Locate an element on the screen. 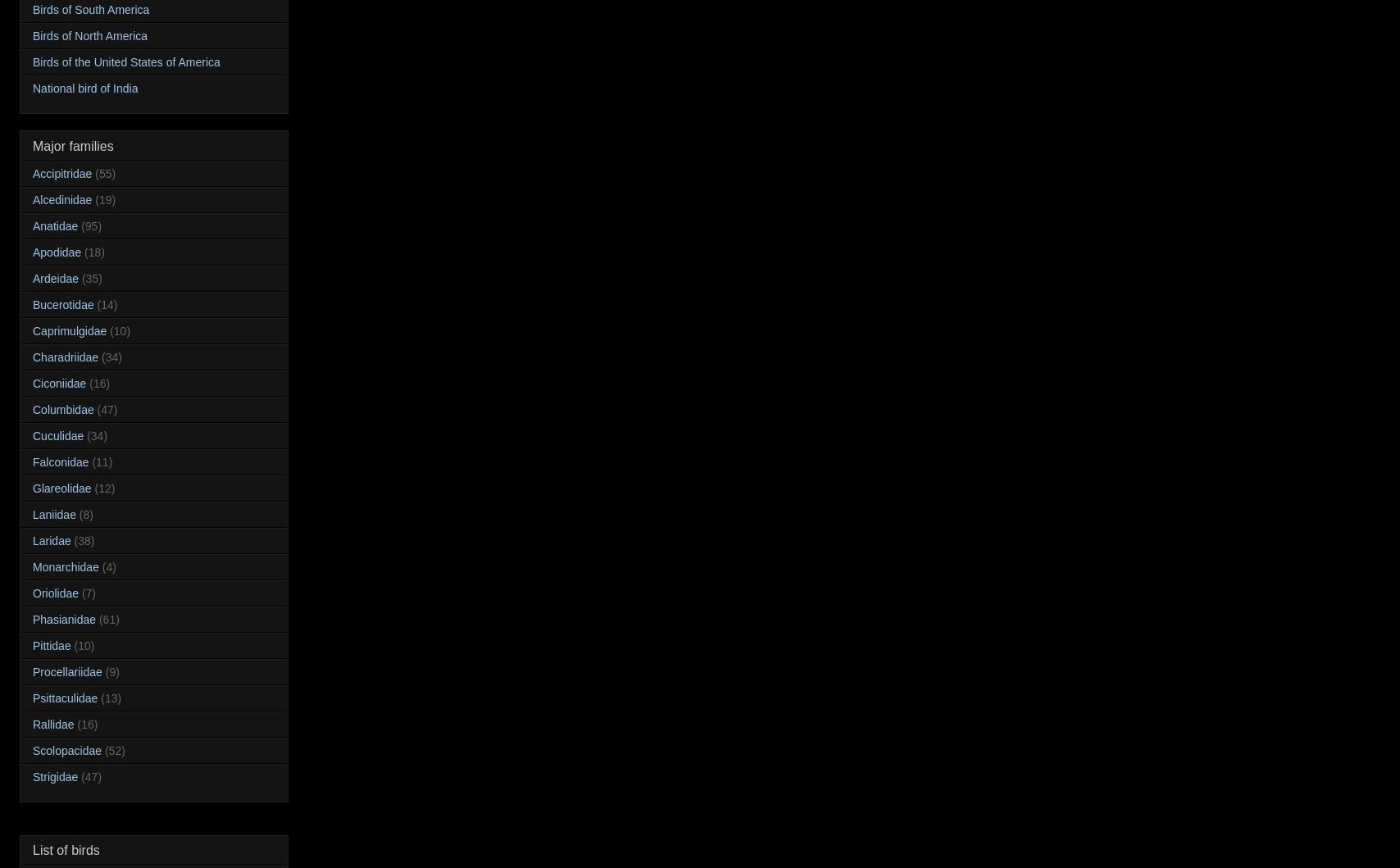 The image size is (1400, 868). 'Apodidae' is located at coordinates (57, 252).